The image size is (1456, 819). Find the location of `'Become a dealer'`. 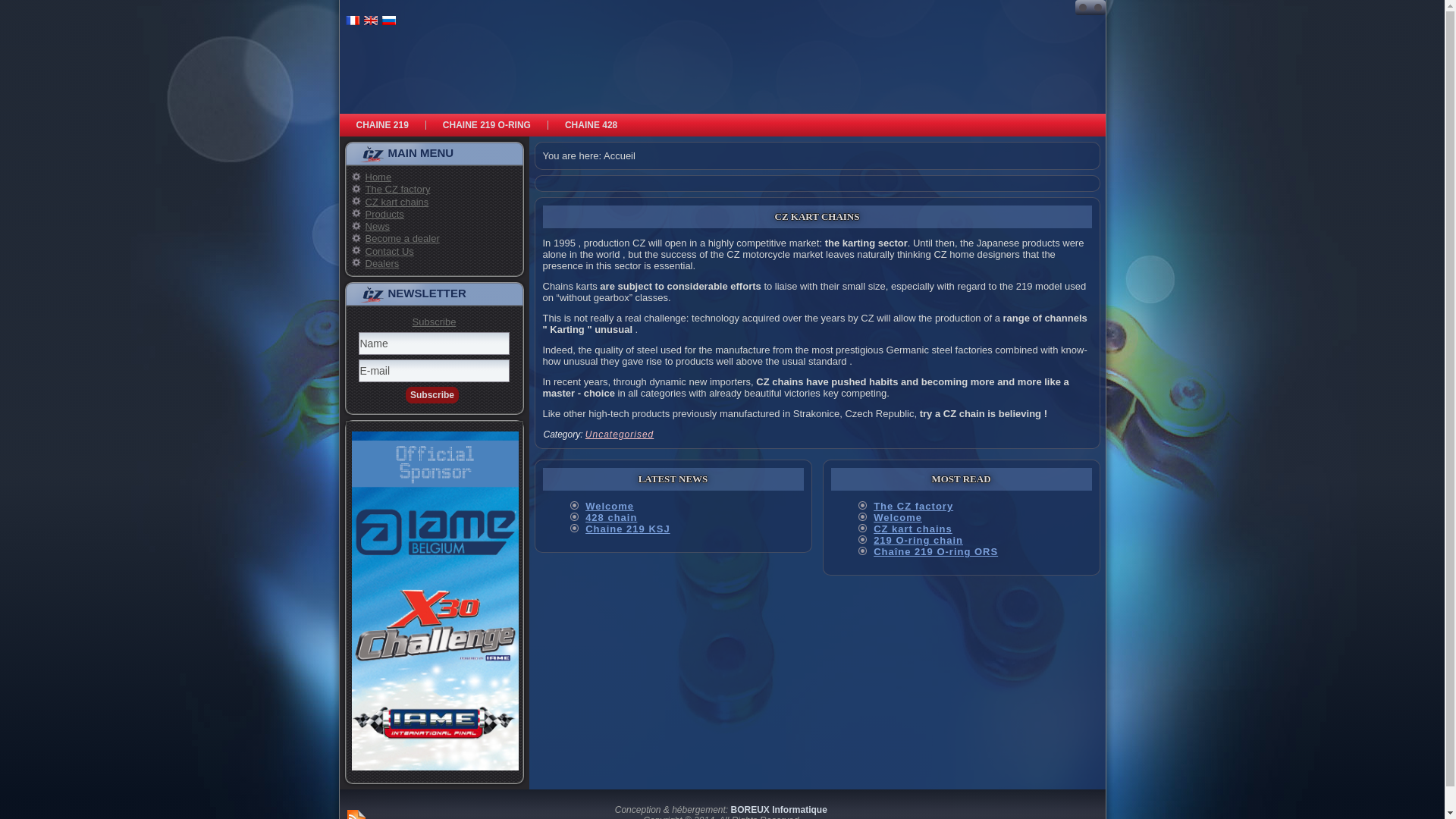

'Become a dealer' is located at coordinates (403, 238).